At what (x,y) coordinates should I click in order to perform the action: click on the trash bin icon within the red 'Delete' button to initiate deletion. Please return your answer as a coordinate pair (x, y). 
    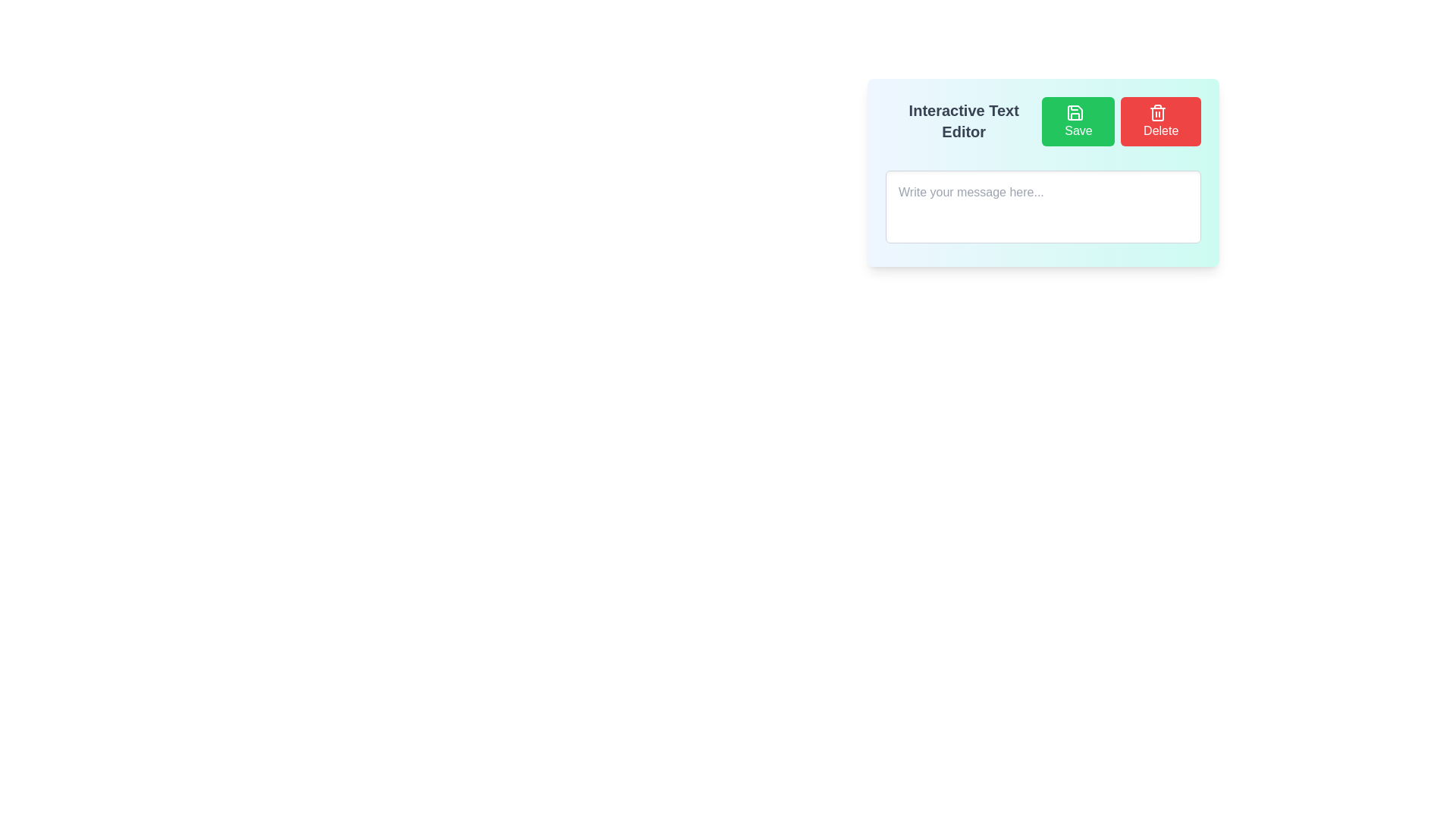
    Looking at the image, I should click on (1157, 111).